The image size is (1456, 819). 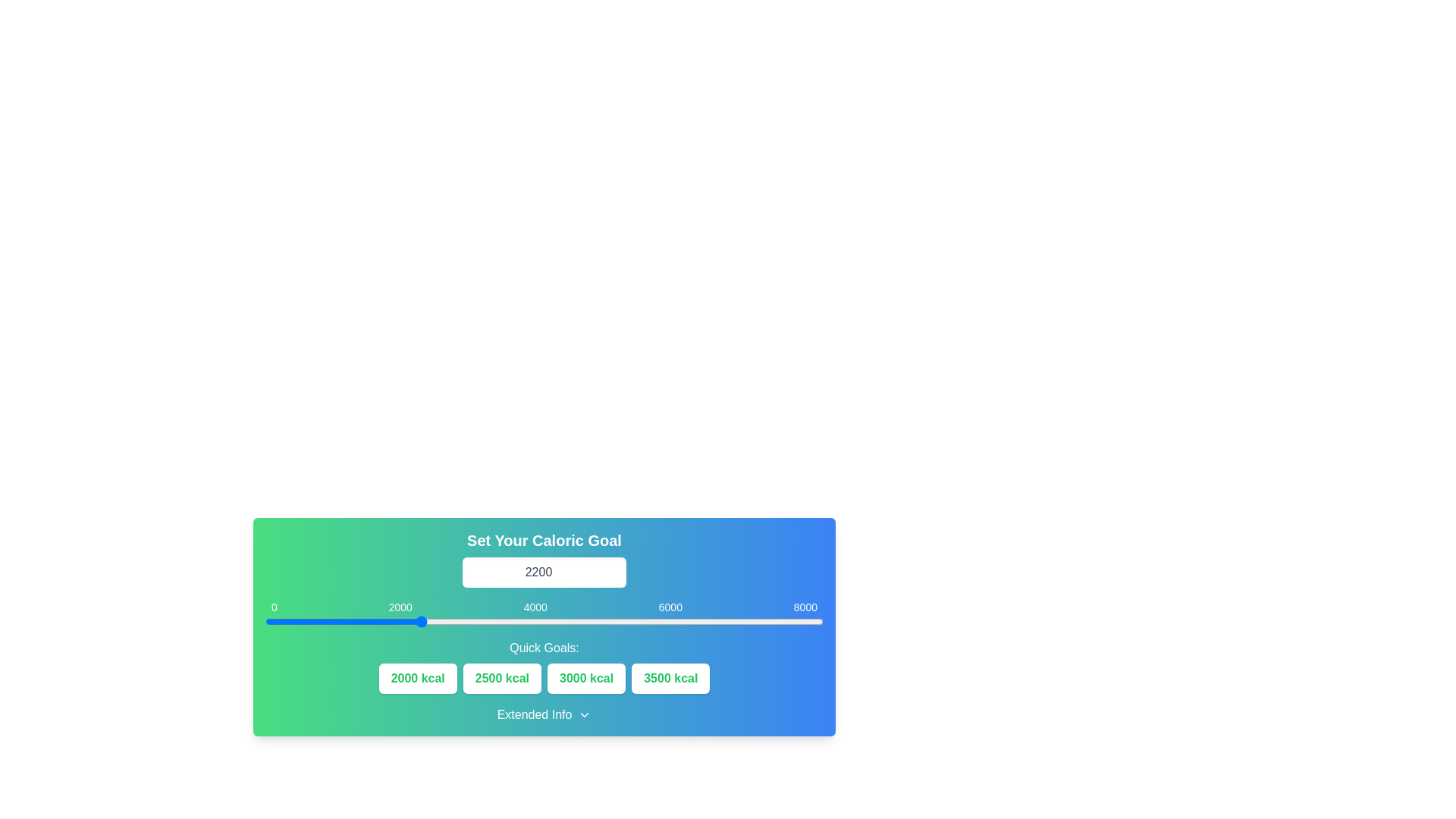 What do you see at coordinates (400, 607) in the screenshot?
I see `numeric text label displaying the value '2000', which is styled with white text on a gradient background and positioned between '0' and '4000' below a slider` at bounding box center [400, 607].